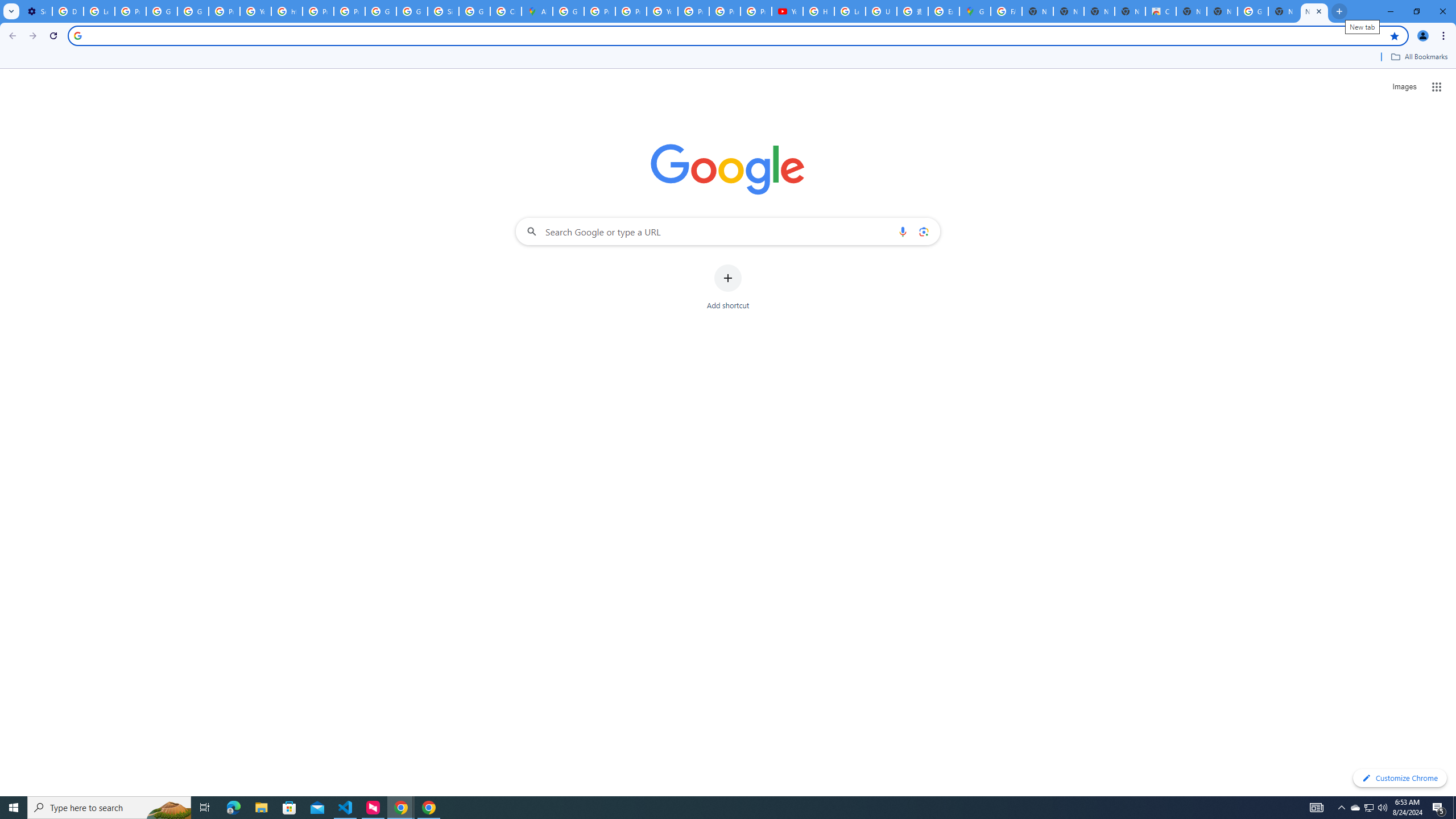 This screenshot has width=1456, height=819. Describe the element at coordinates (818, 11) in the screenshot. I see `'How Chrome protects your passwords - Google Chrome Help'` at that location.